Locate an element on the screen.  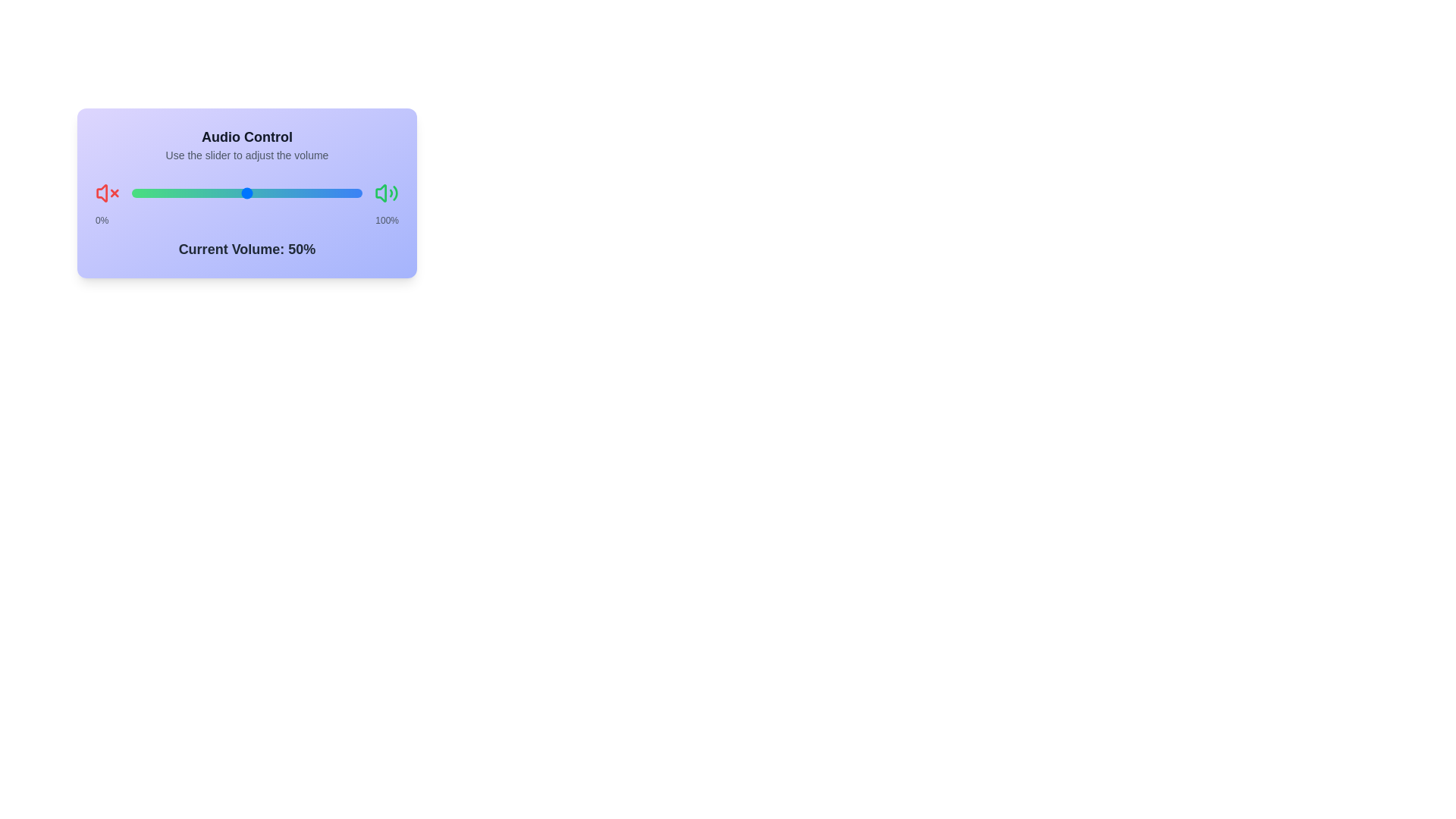
the slider to set the volume to 15% is located at coordinates (166, 192).